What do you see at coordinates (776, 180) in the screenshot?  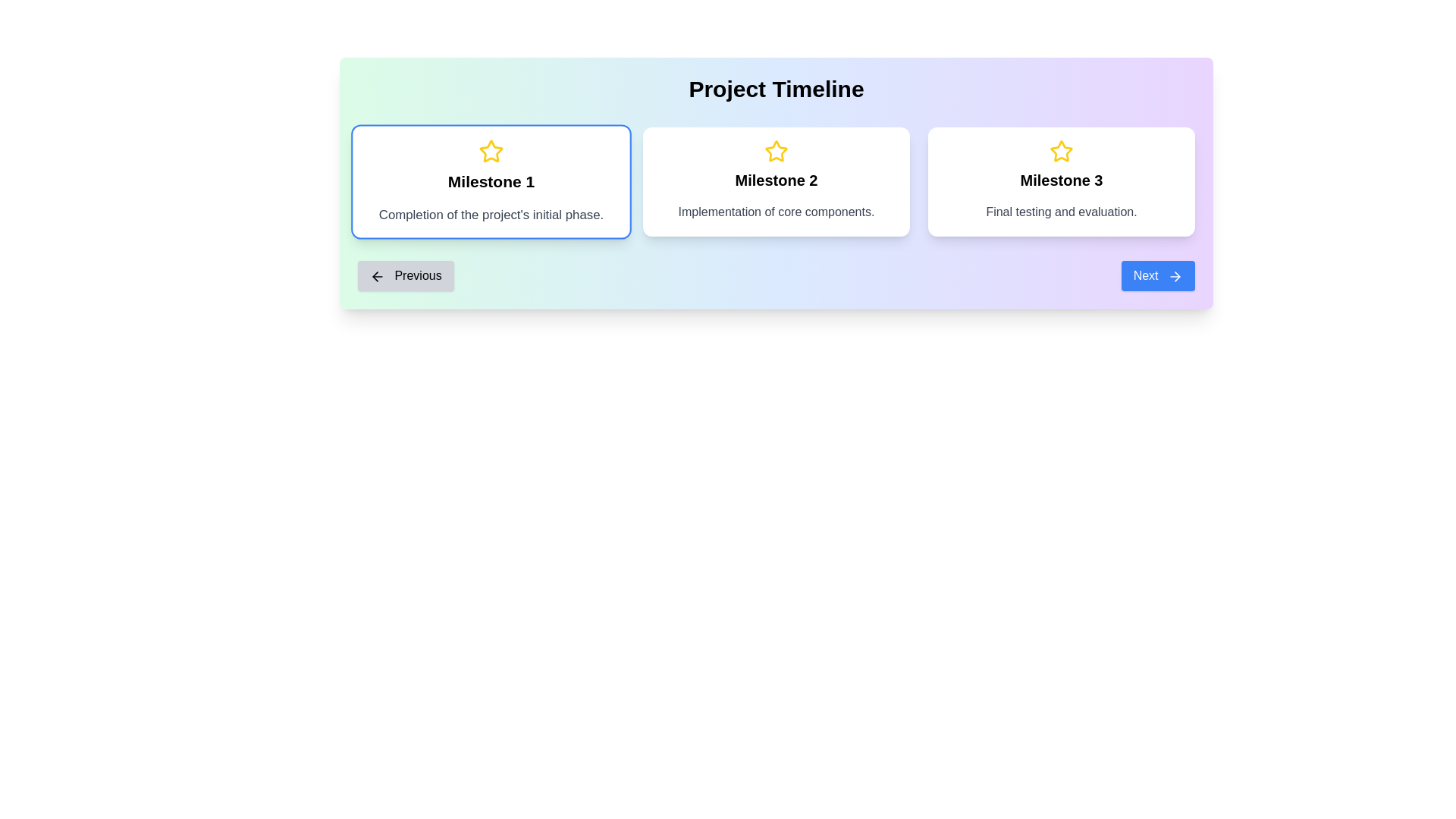 I see `the text label that serves as the header for the 'Milestone 2' section located in the second column of the 'Project Timeline'` at bounding box center [776, 180].